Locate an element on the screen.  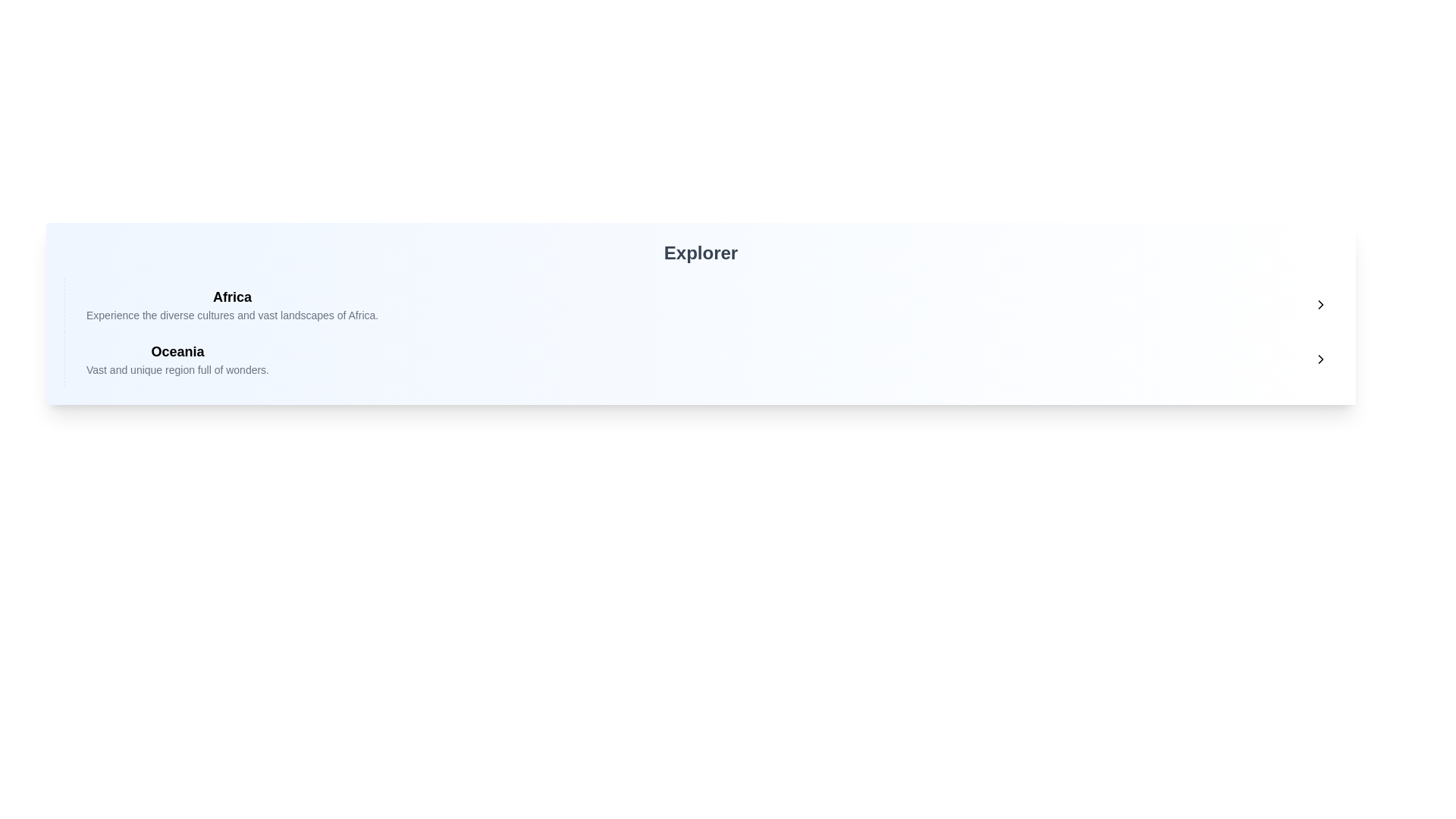
the static text label or paragraph that provides a descriptive subtext for 'Oceania', which is located below the text 'Oceania' and centered horizontally is located at coordinates (177, 370).